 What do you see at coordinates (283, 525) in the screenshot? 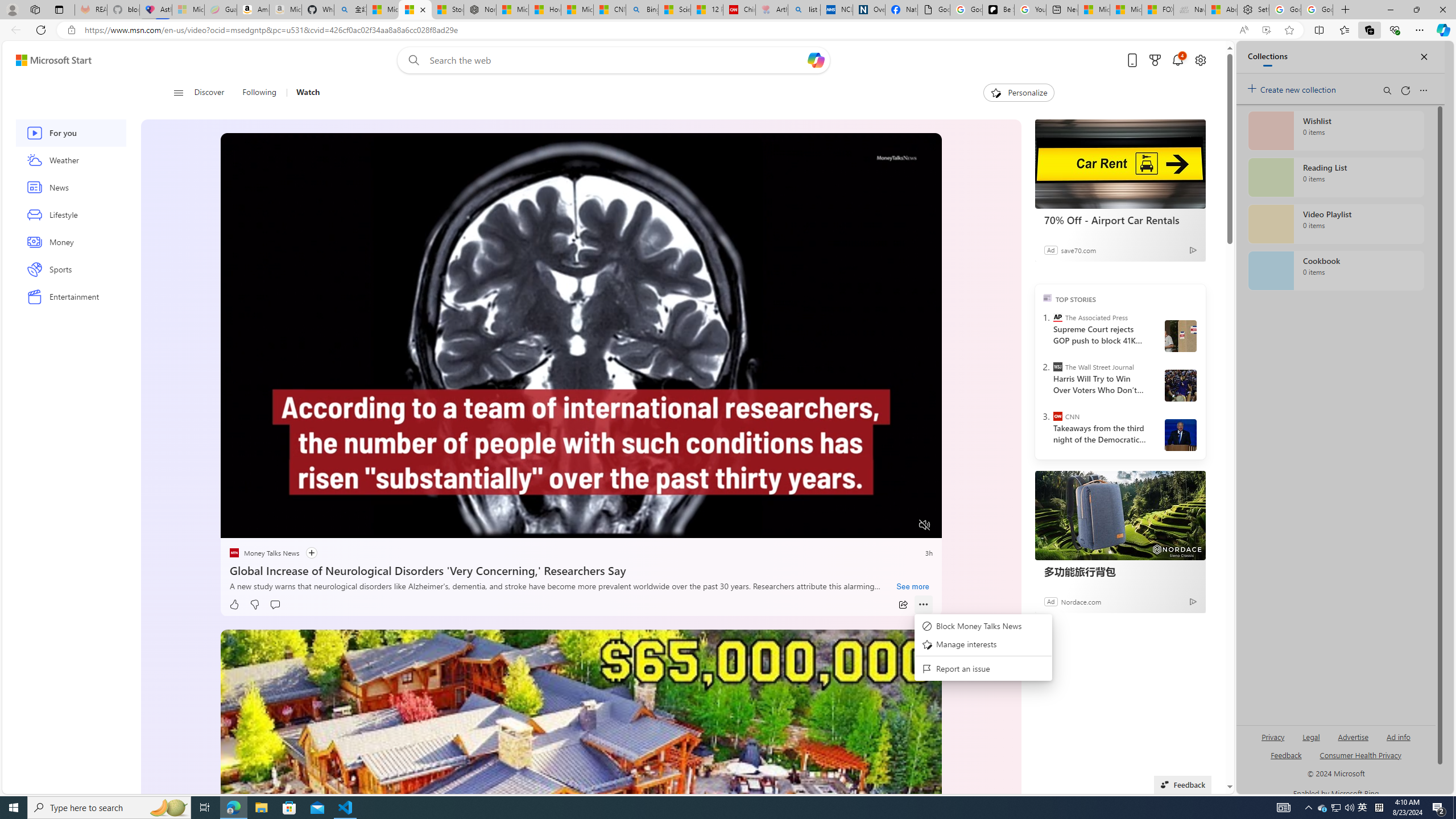
I see `'Seek Forward'` at bounding box center [283, 525].